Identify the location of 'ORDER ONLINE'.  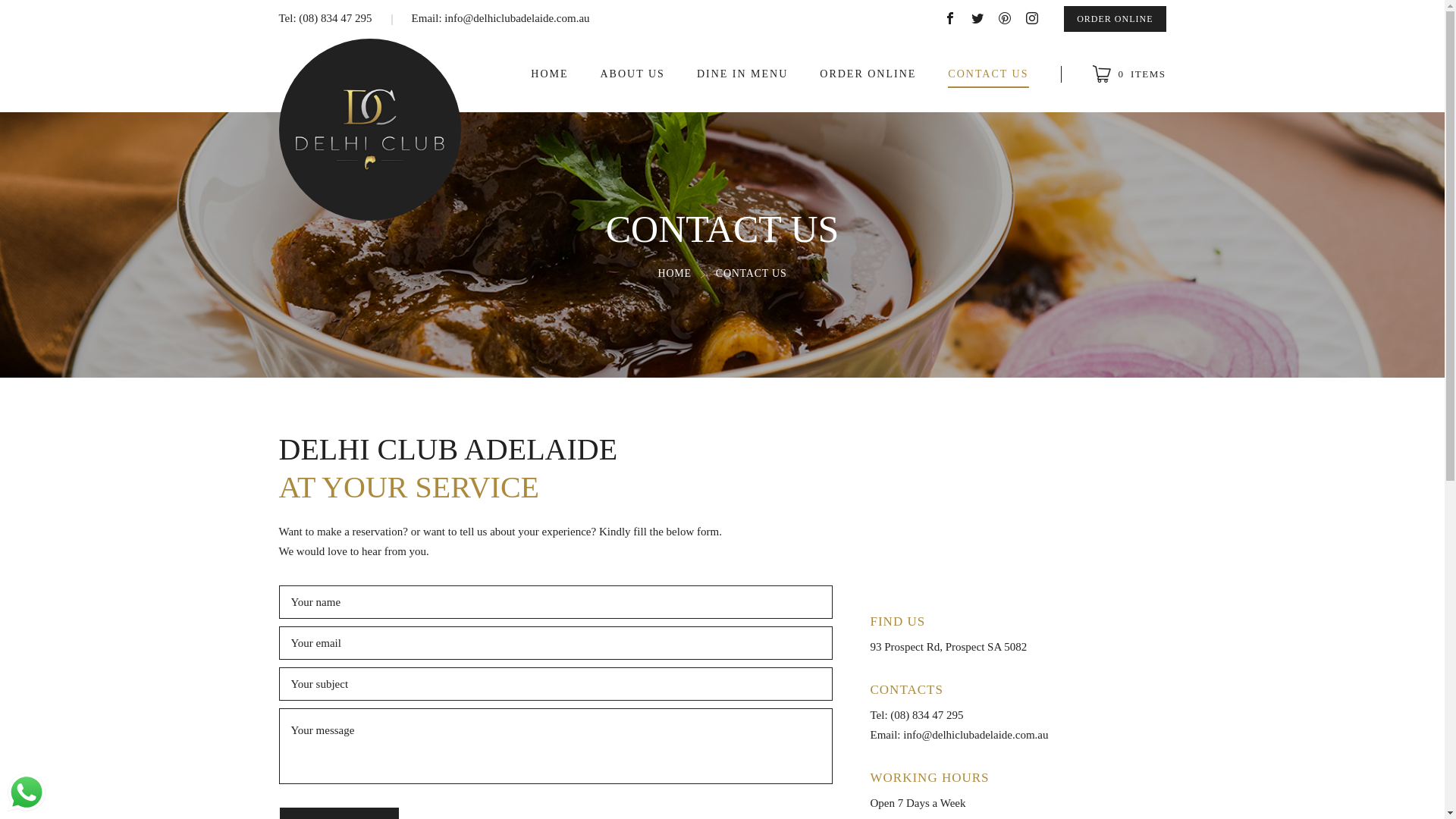
(1114, 18).